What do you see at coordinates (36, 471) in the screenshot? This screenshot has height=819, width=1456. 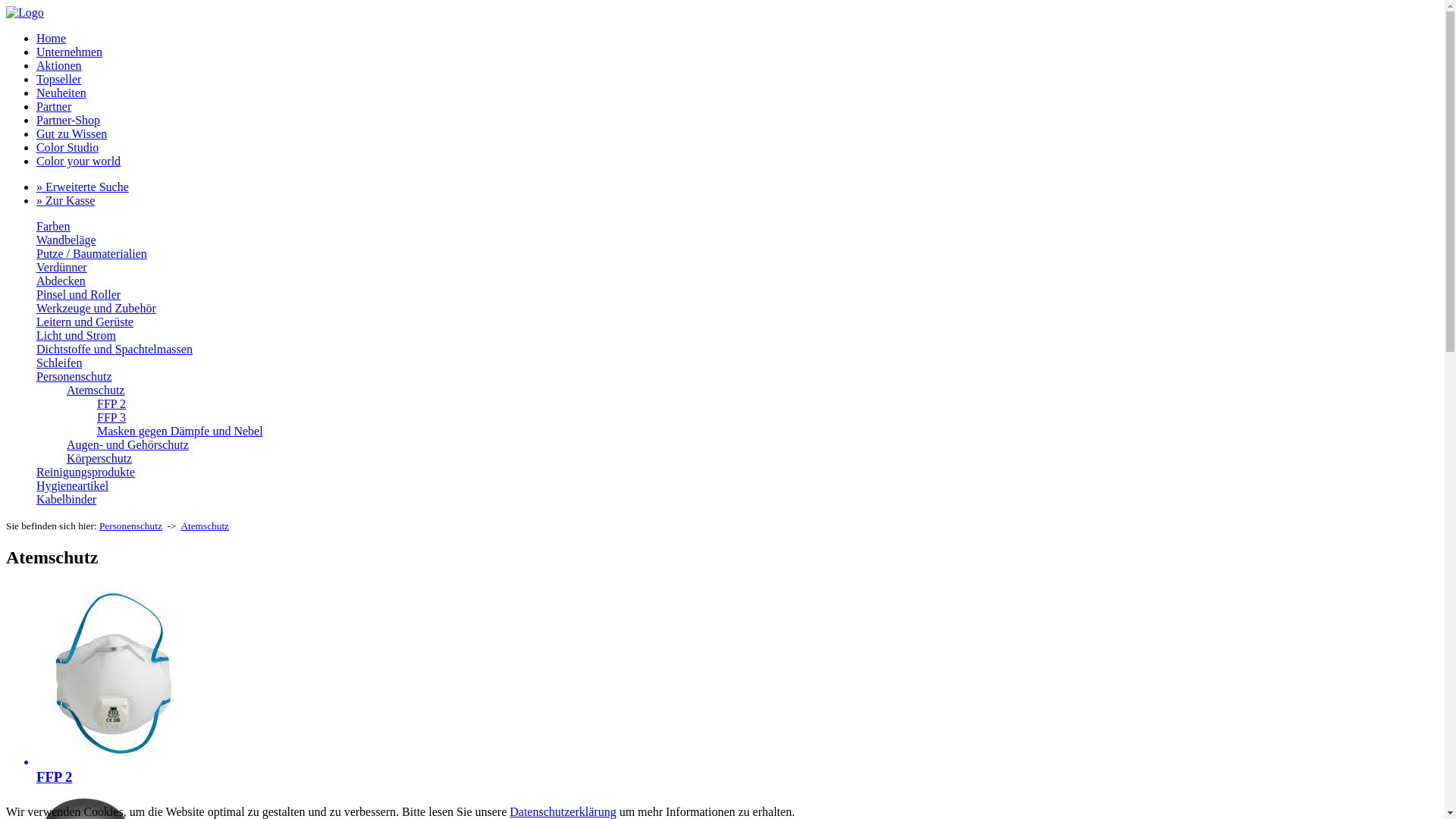 I see `'Reinigungsprodukte'` at bounding box center [36, 471].